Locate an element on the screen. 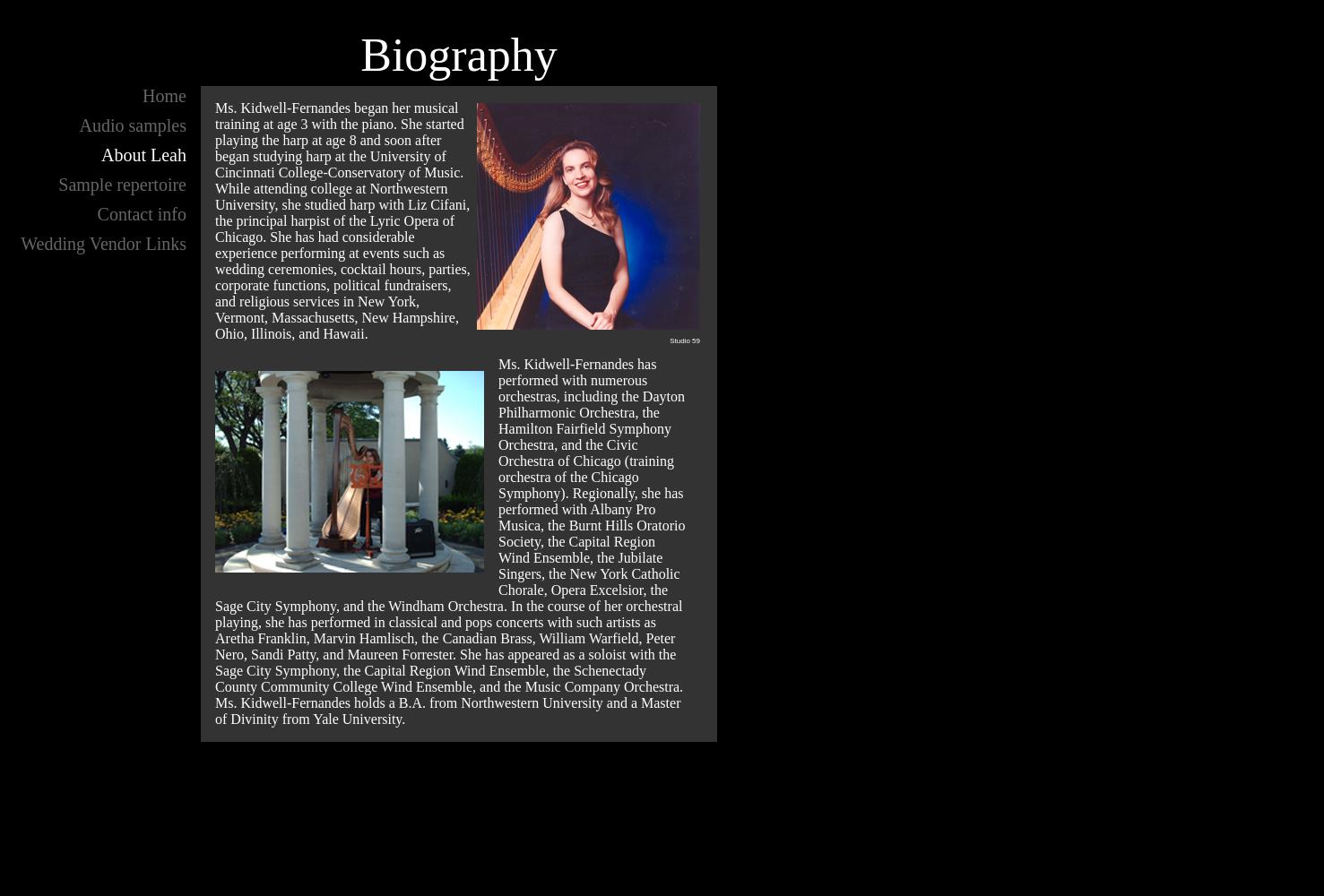 This screenshot has width=1324, height=896. 'Home' is located at coordinates (163, 95).